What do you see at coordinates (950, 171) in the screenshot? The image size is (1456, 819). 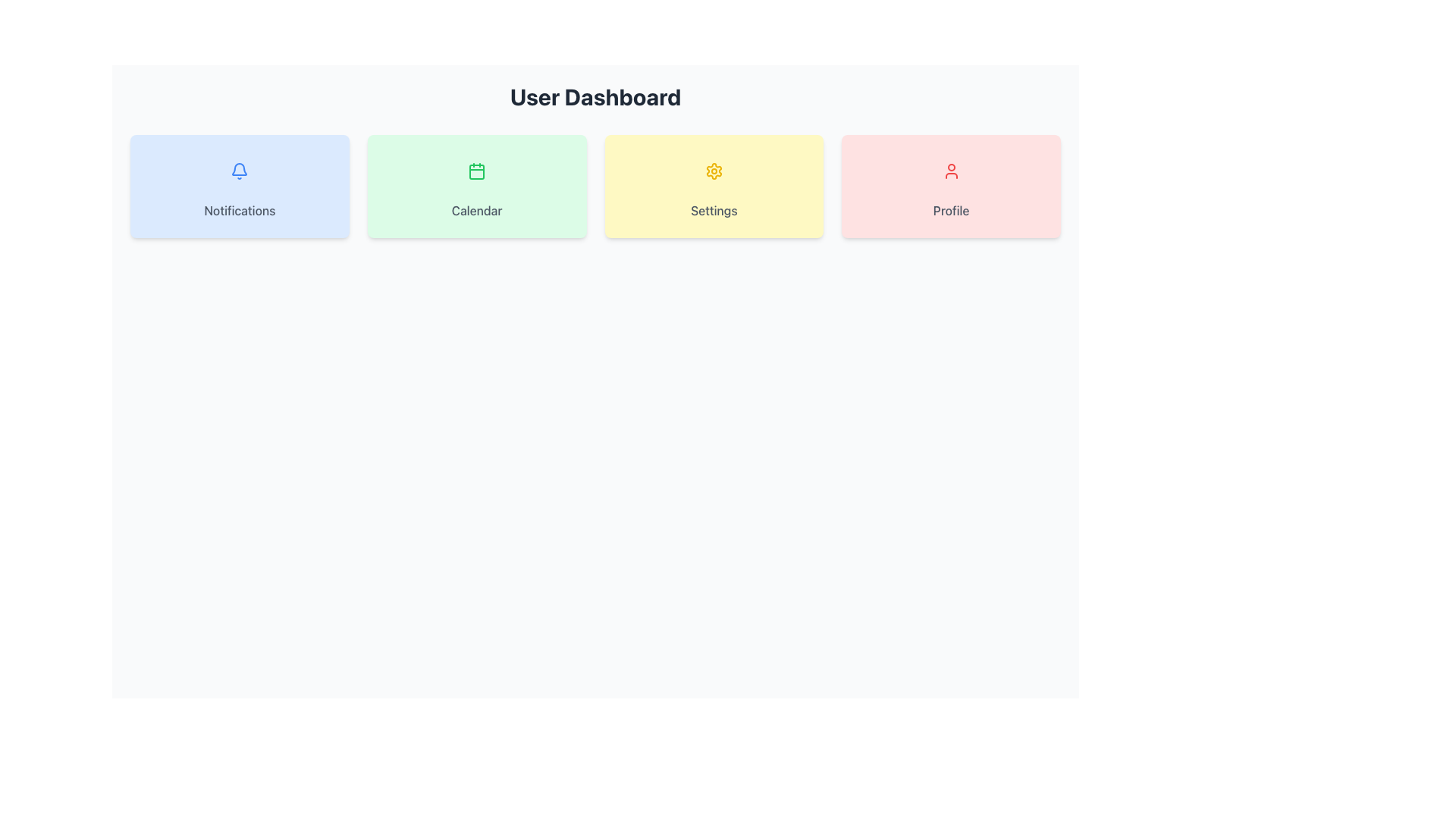 I see `the circular red user icon located in the pink 'Profile' card, which is positioned at the rightmost side of the grid of function cards` at bounding box center [950, 171].